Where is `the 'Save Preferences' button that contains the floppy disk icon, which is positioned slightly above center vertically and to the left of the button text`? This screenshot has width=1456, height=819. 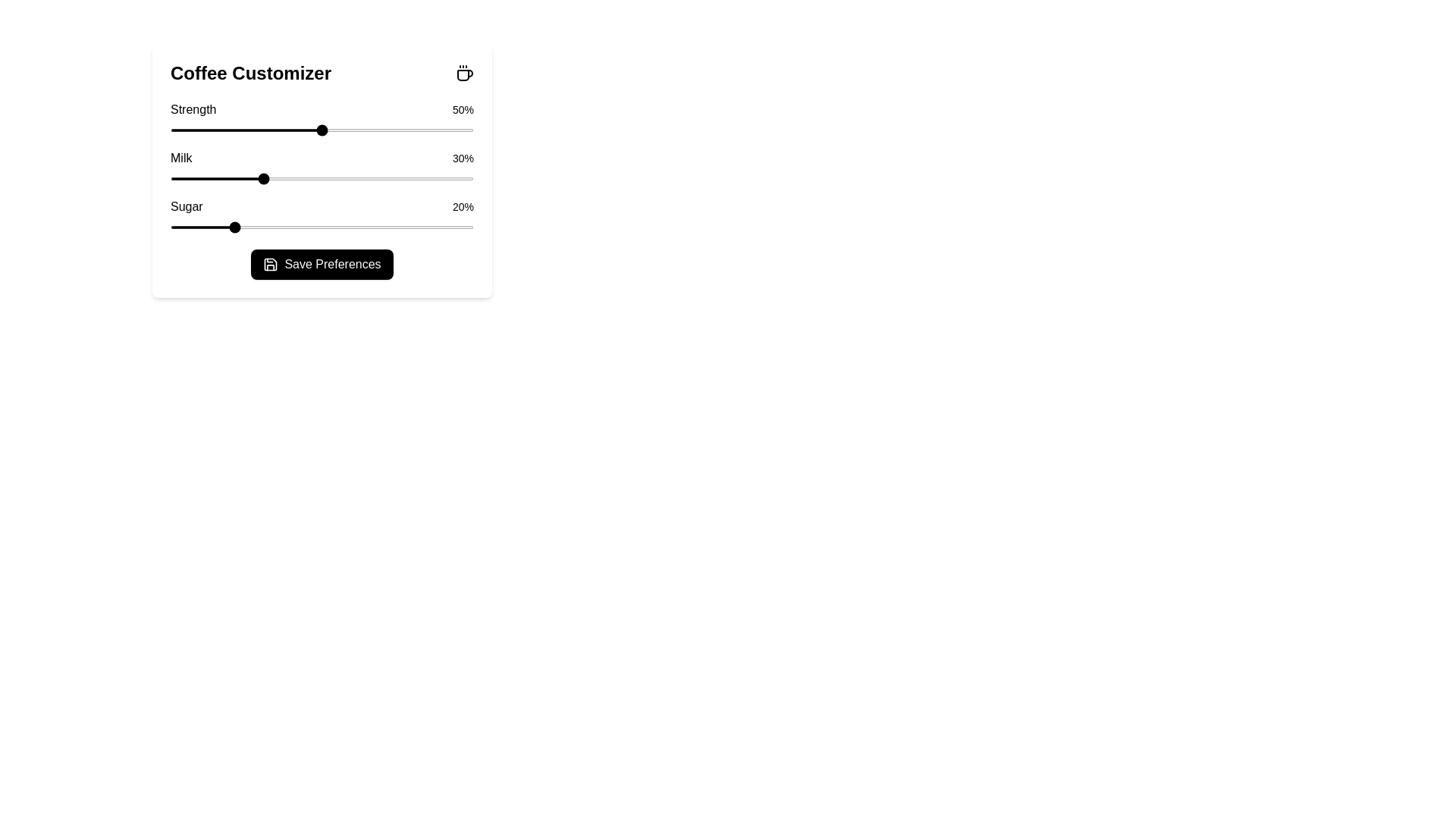 the 'Save Preferences' button that contains the floppy disk icon, which is positioned slightly above center vertically and to the left of the button text is located at coordinates (271, 263).